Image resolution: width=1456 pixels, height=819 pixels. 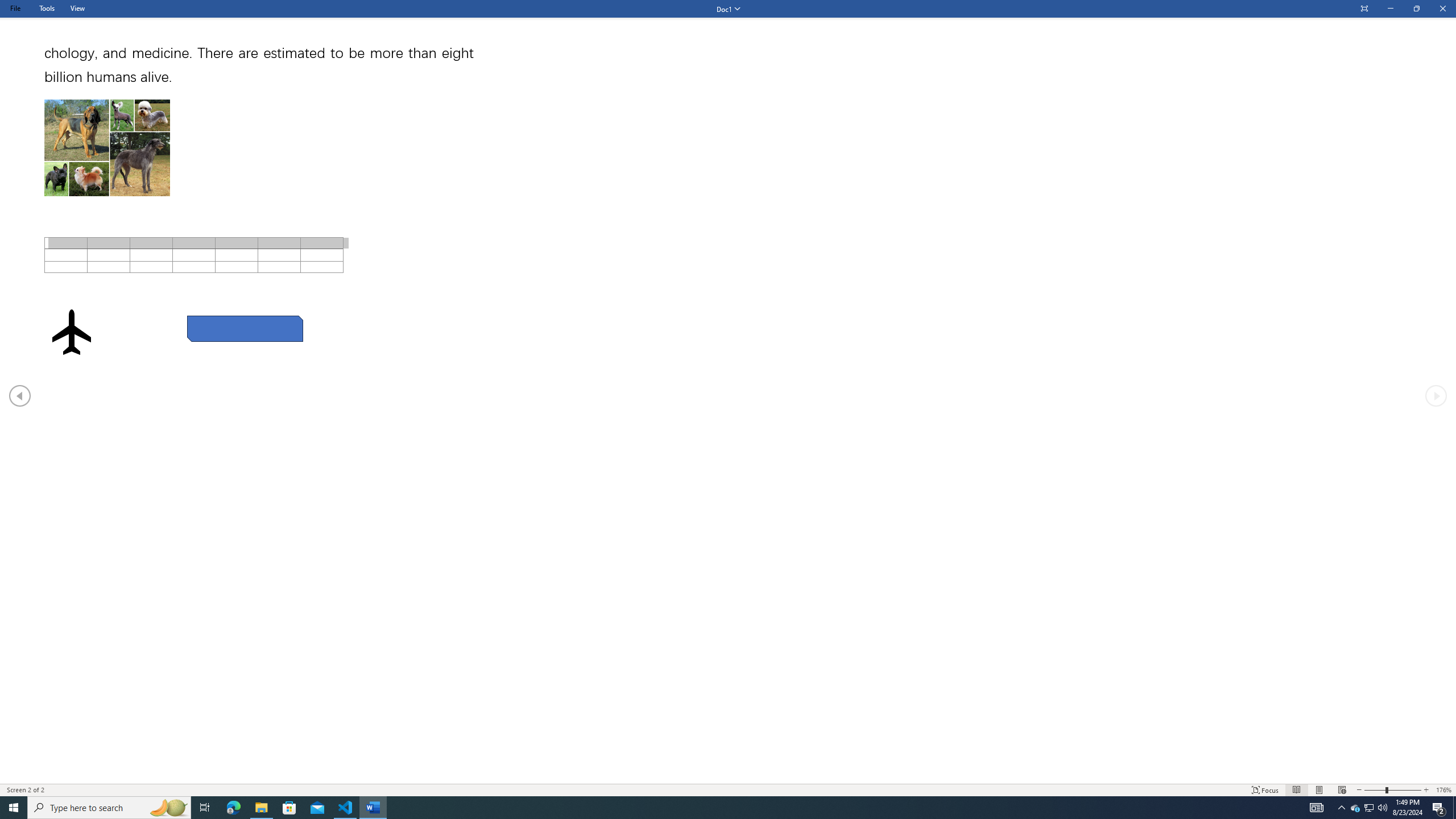 I want to click on 'Restore Down', so click(x=1416, y=9).